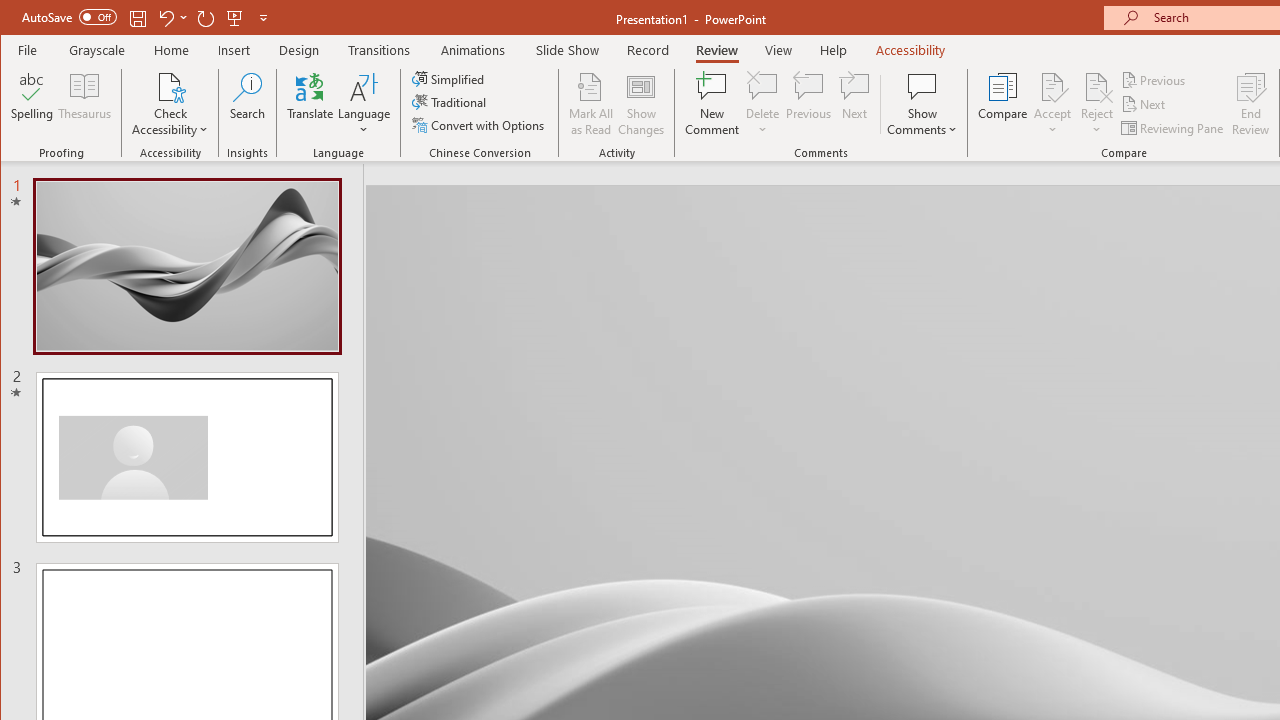 Image resolution: width=1280 pixels, height=720 pixels. Describe the element at coordinates (1250, 104) in the screenshot. I see `'End Review'` at that location.